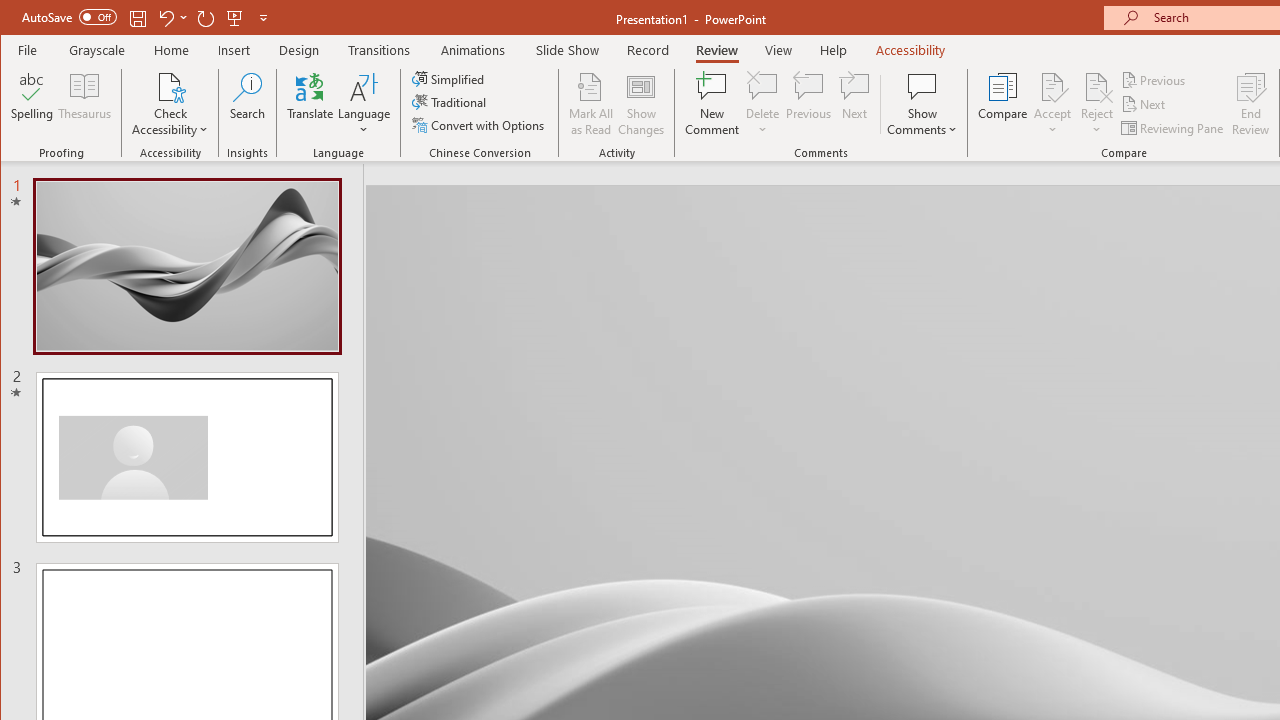 Image resolution: width=1280 pixels, height=720 pixels. Describe the element at coordinates (1250, 104) in the screenshot. I see `'End Review'` at that location.